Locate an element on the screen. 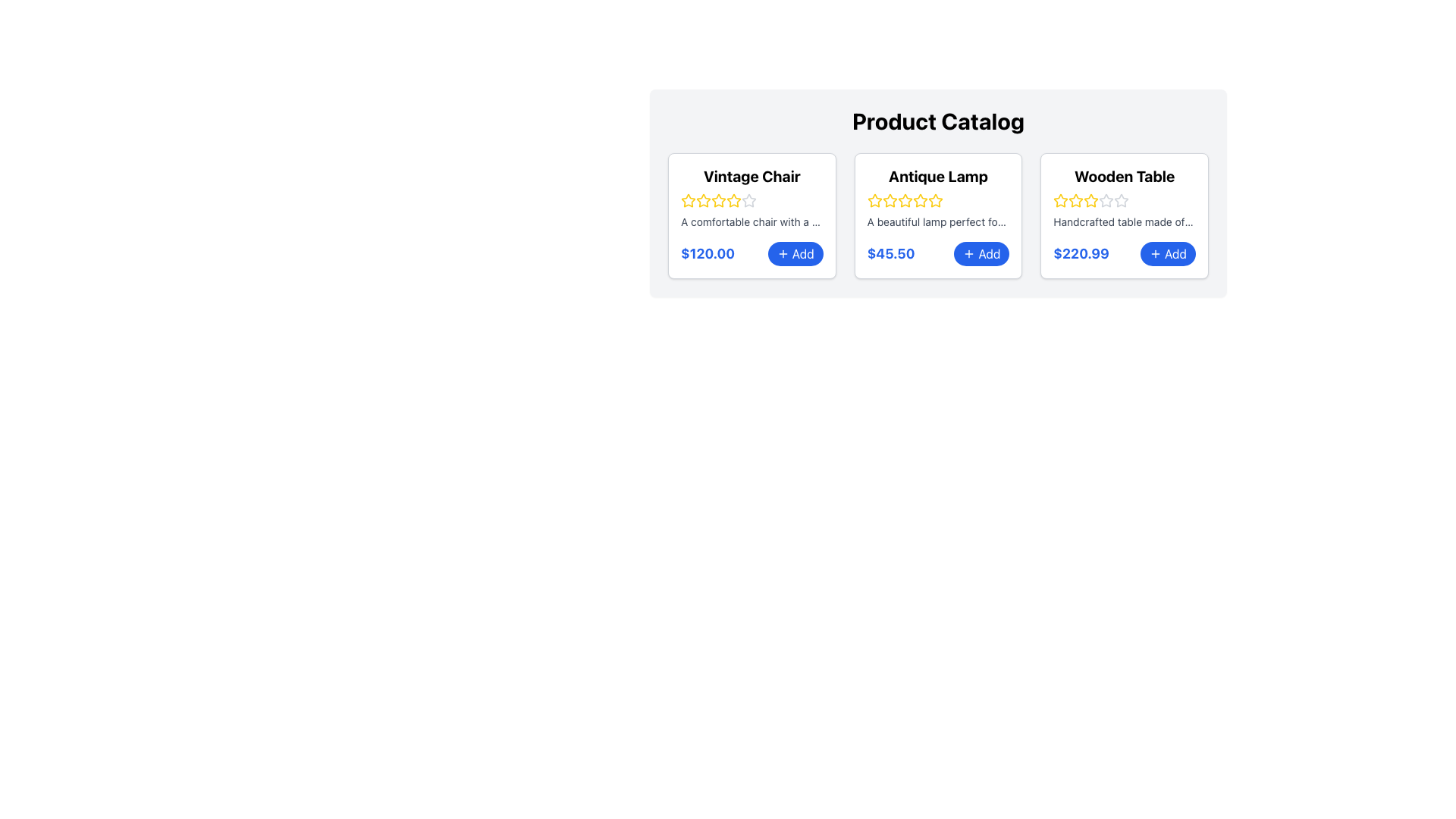  the first star icon in the rating component of the 'Antique Lamp' product card located in the 'Product Catalog' is located at coordinates (874, 200).